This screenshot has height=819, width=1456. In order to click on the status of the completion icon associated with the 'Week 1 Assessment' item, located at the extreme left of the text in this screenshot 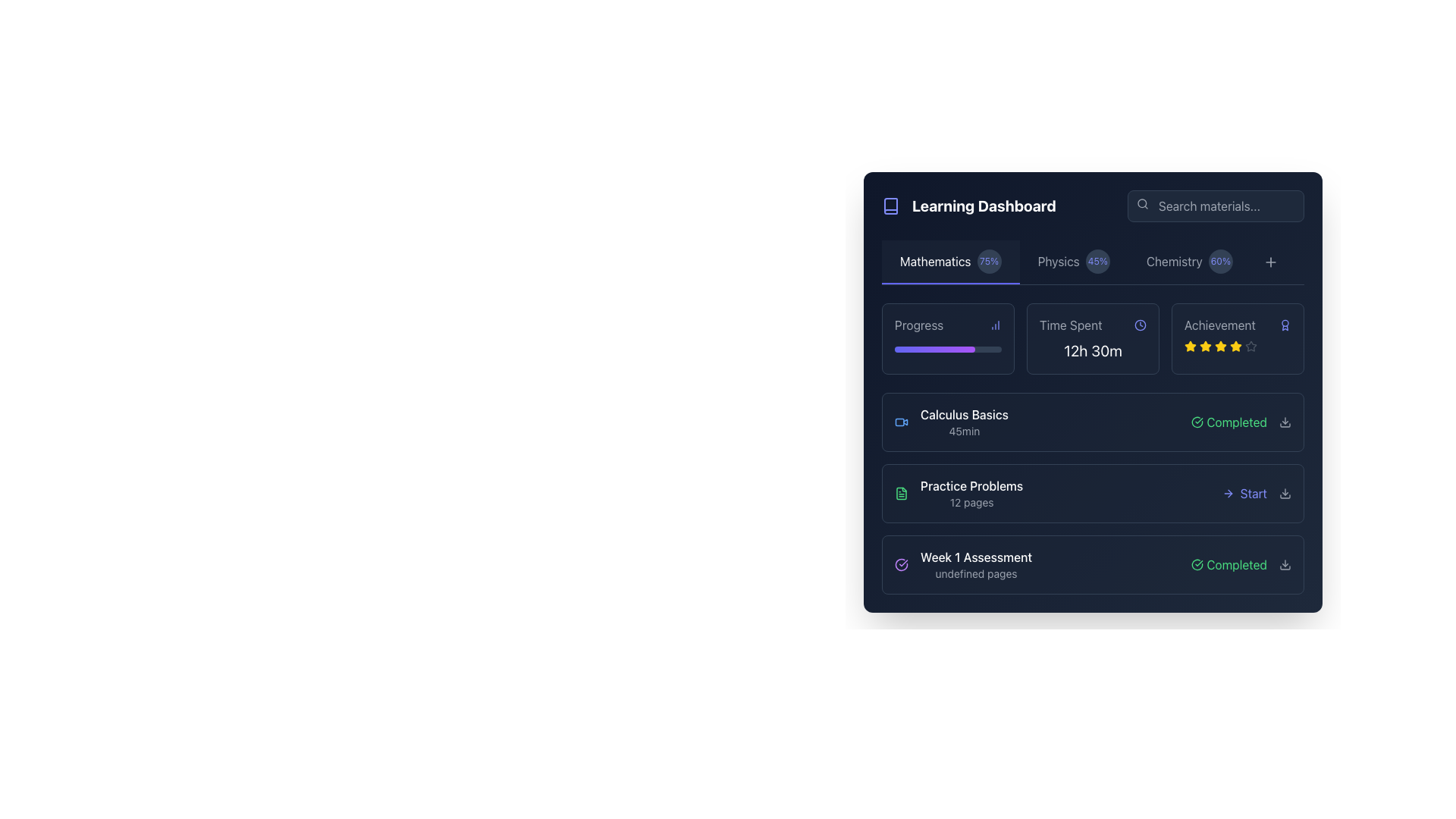, I will do `click(902, 564)`.